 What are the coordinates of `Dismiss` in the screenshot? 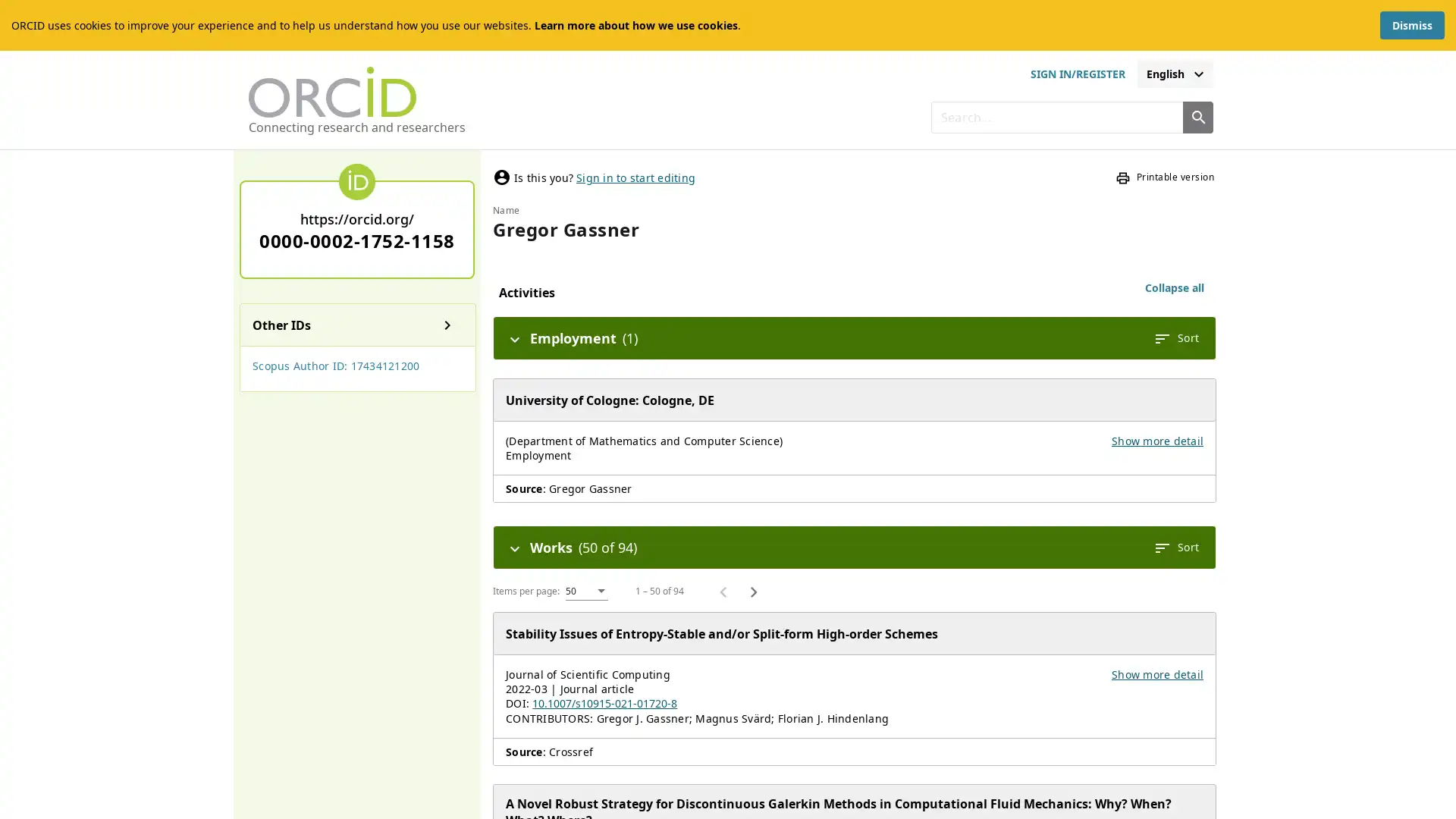 It's located at (1411, 25).